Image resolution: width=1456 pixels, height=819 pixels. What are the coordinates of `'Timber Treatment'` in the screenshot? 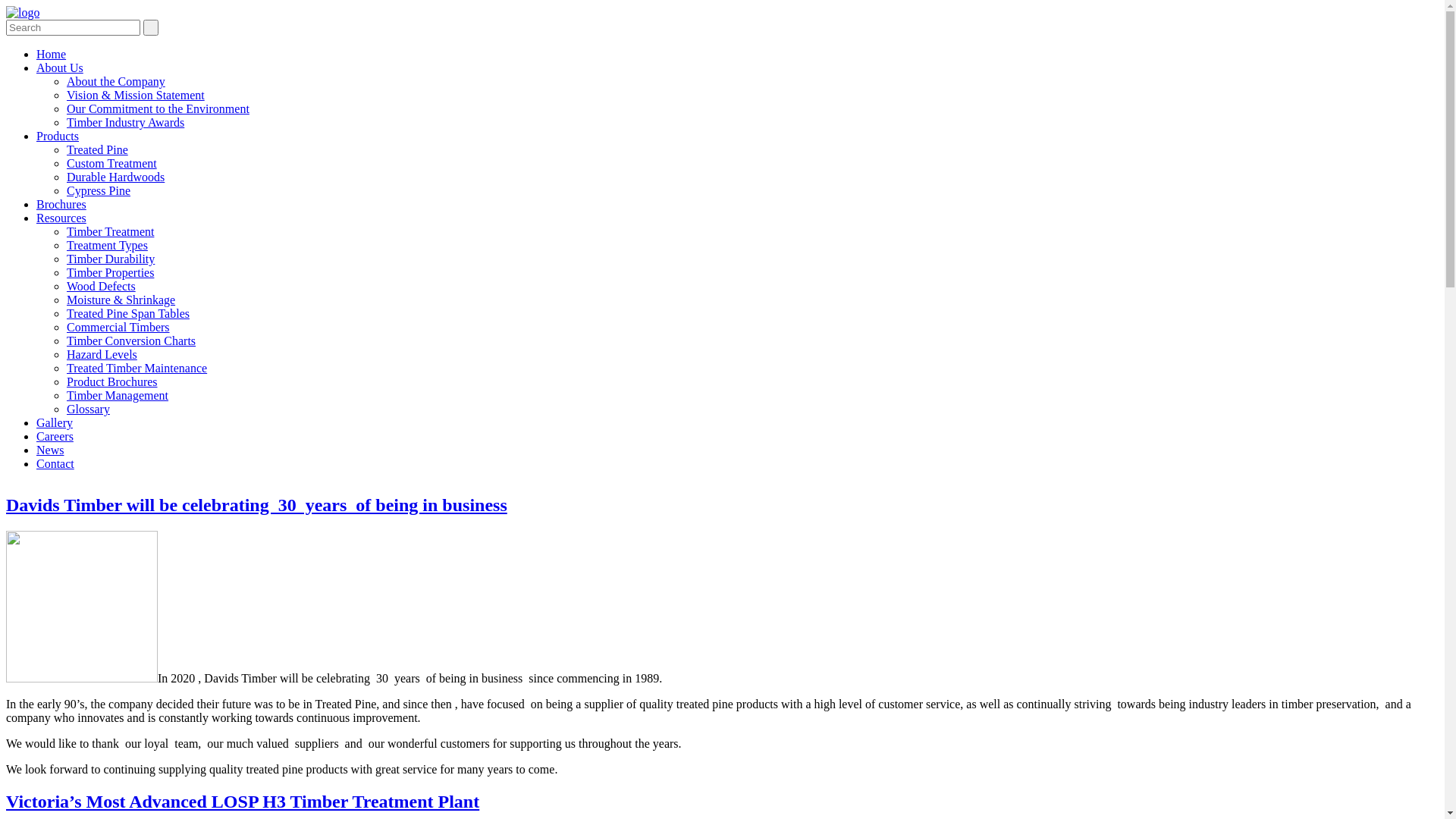 It's located at (109, 231).